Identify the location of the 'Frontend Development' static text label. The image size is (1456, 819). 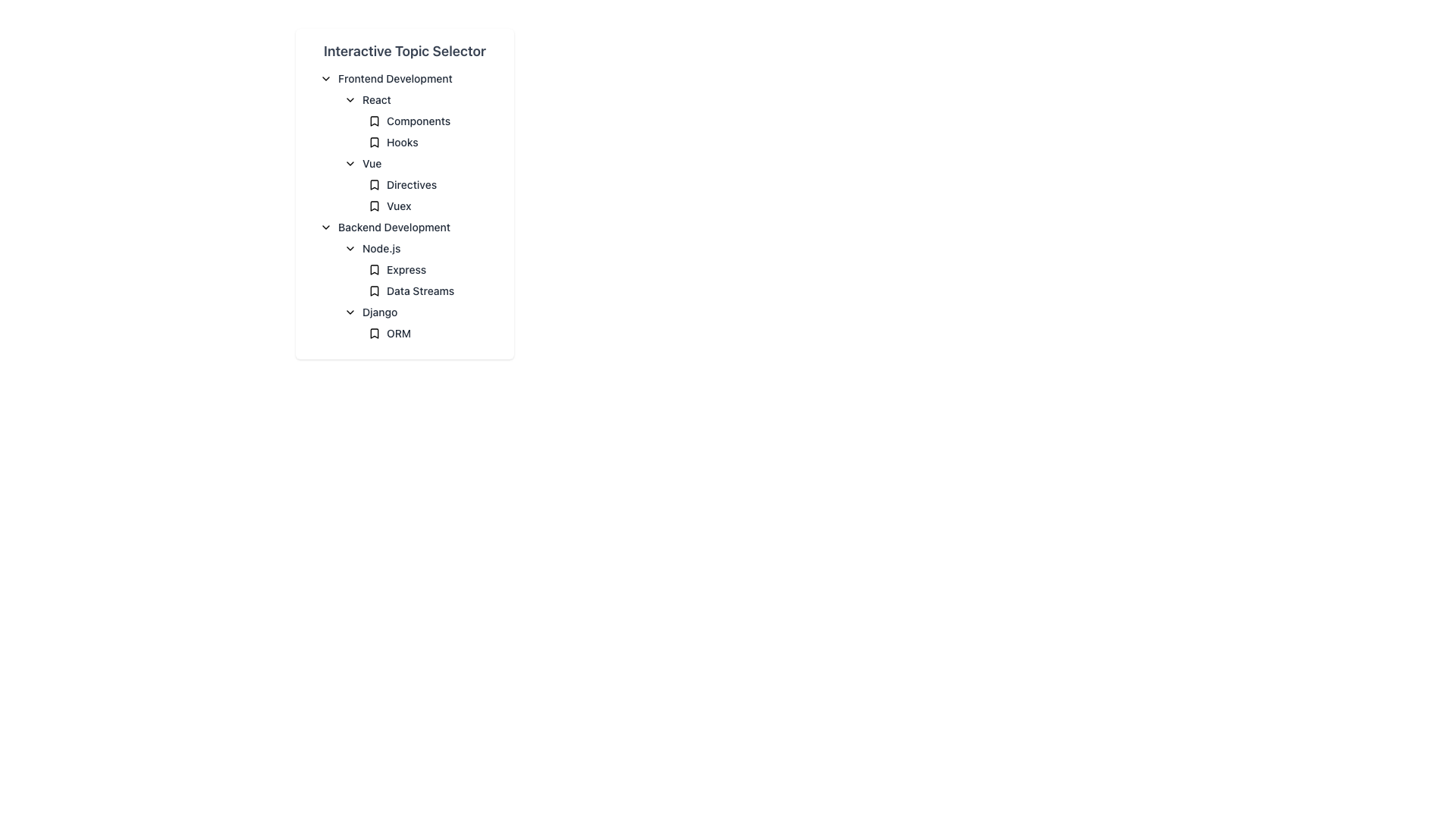
(395, 79).